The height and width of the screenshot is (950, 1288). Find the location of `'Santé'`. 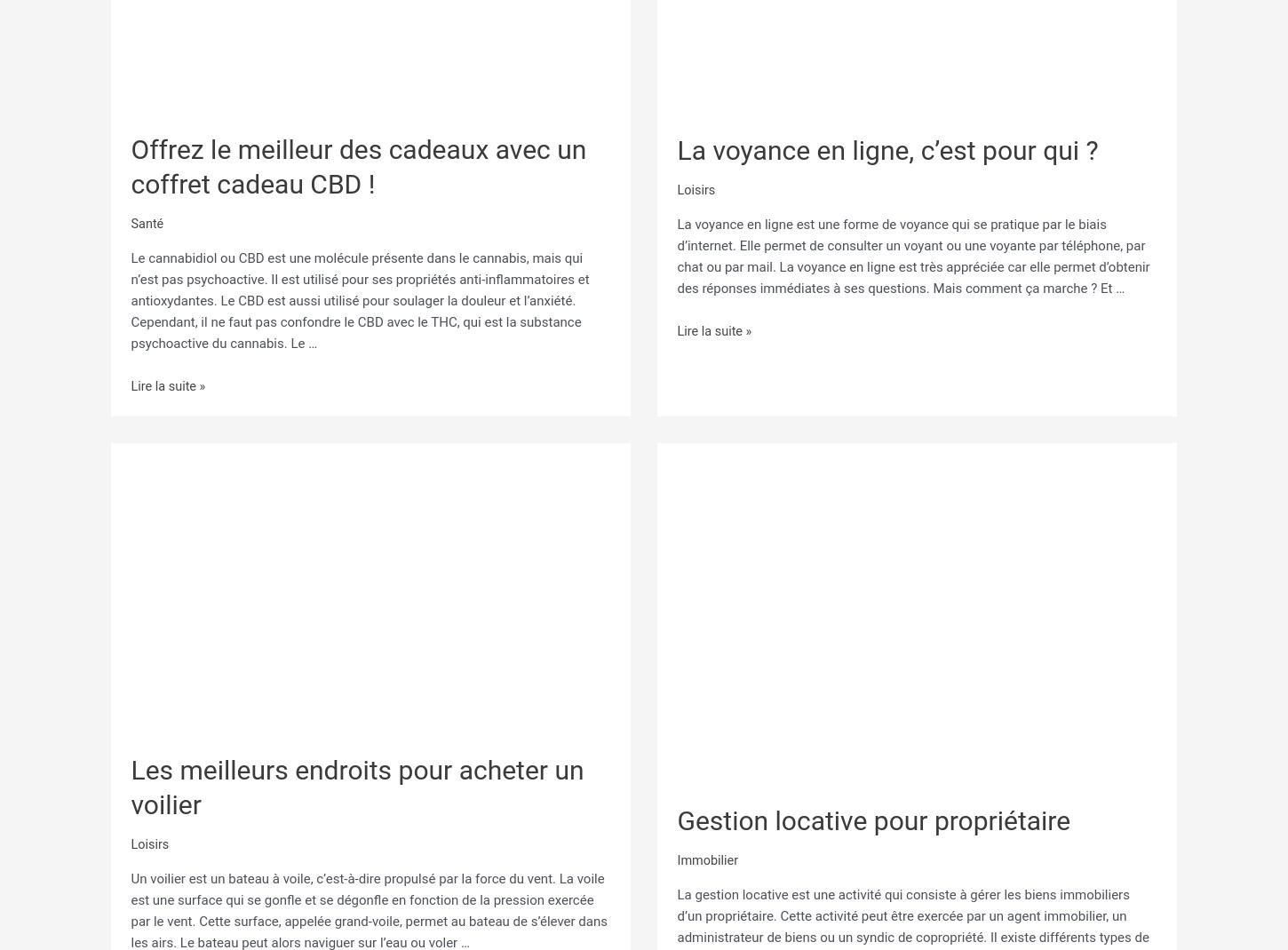

'Santé' is located at coordinates (130, 219).